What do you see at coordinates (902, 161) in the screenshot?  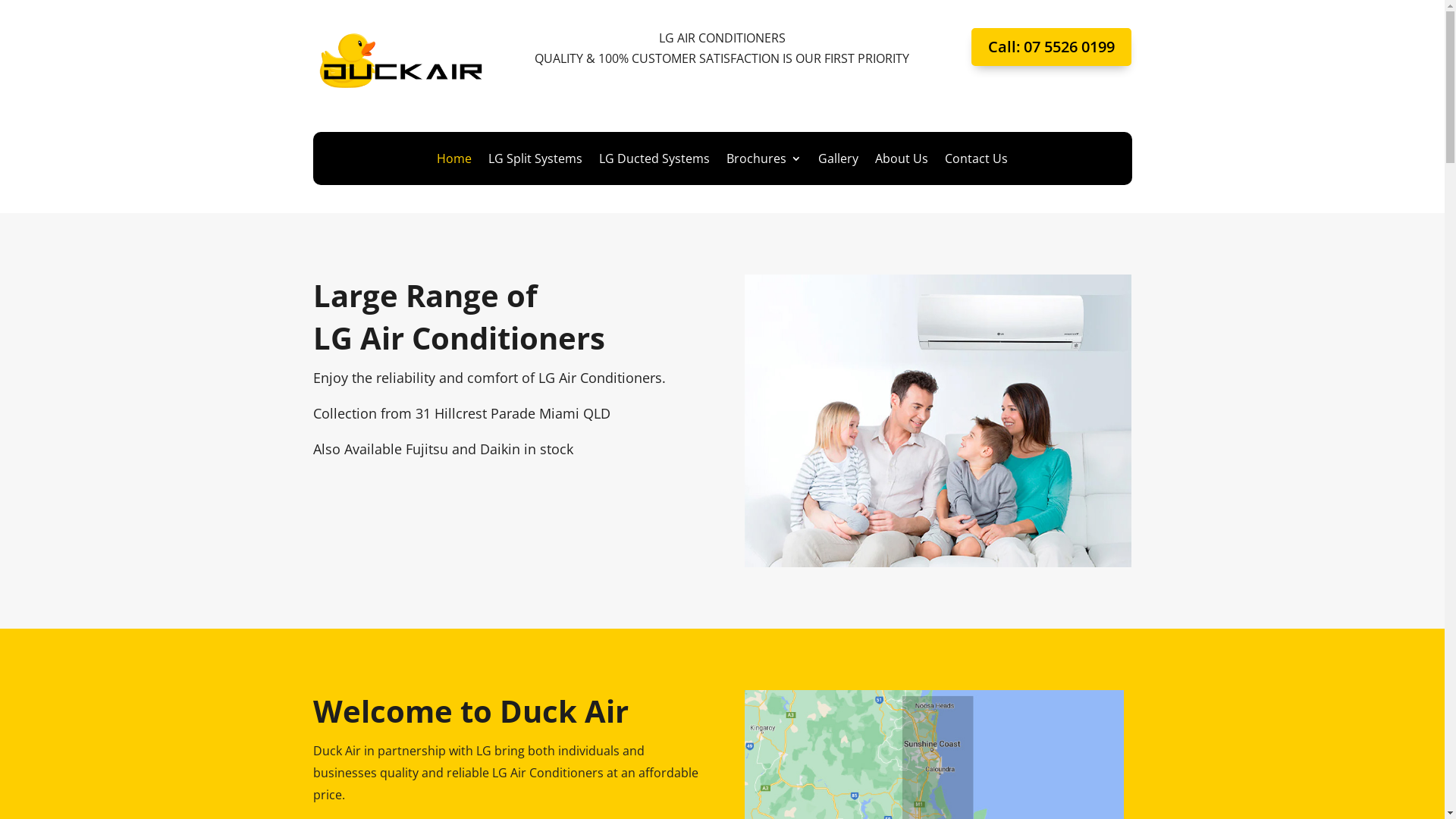 I see `'About Us'` at bounding box center [902, 161].